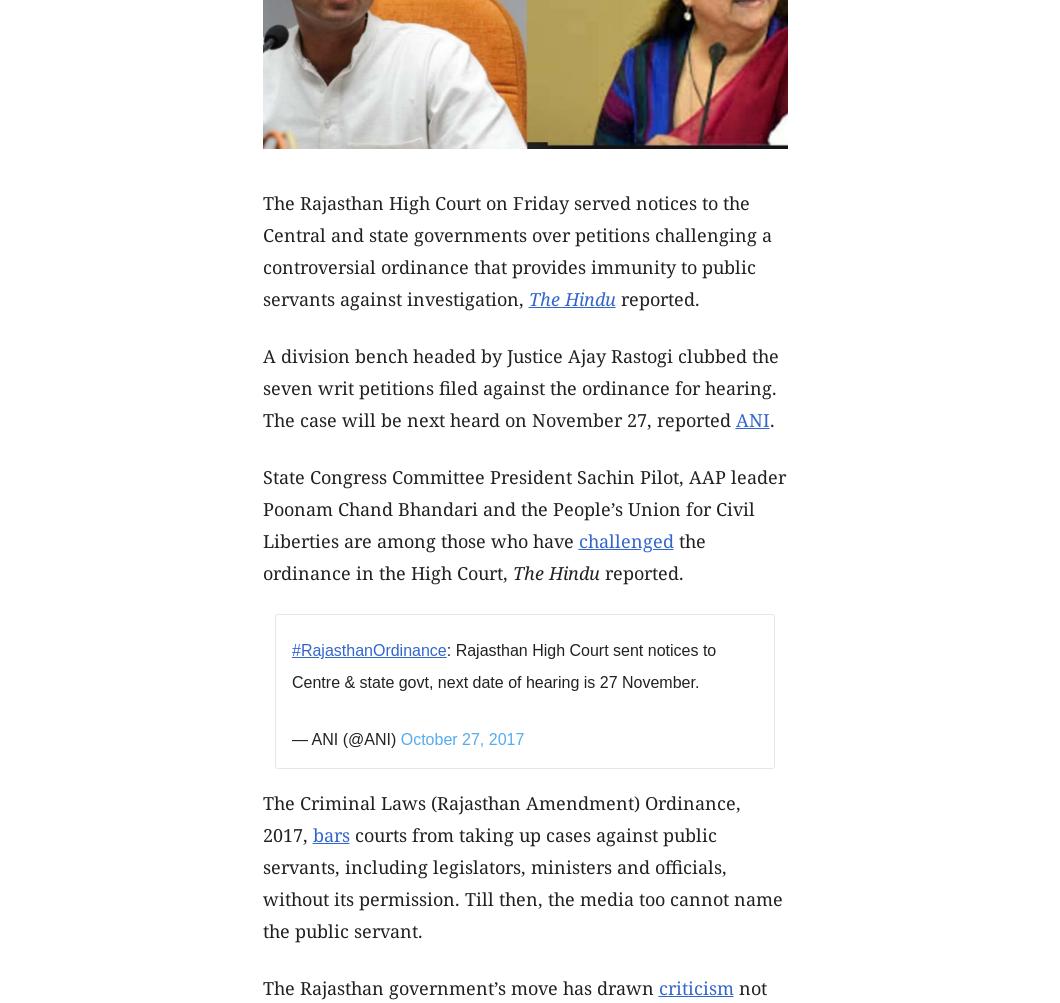  What do you see at coordinates (399, 738) in the screenshot?
I see `'October 27, 2017'` at bounding box center [399, 738].